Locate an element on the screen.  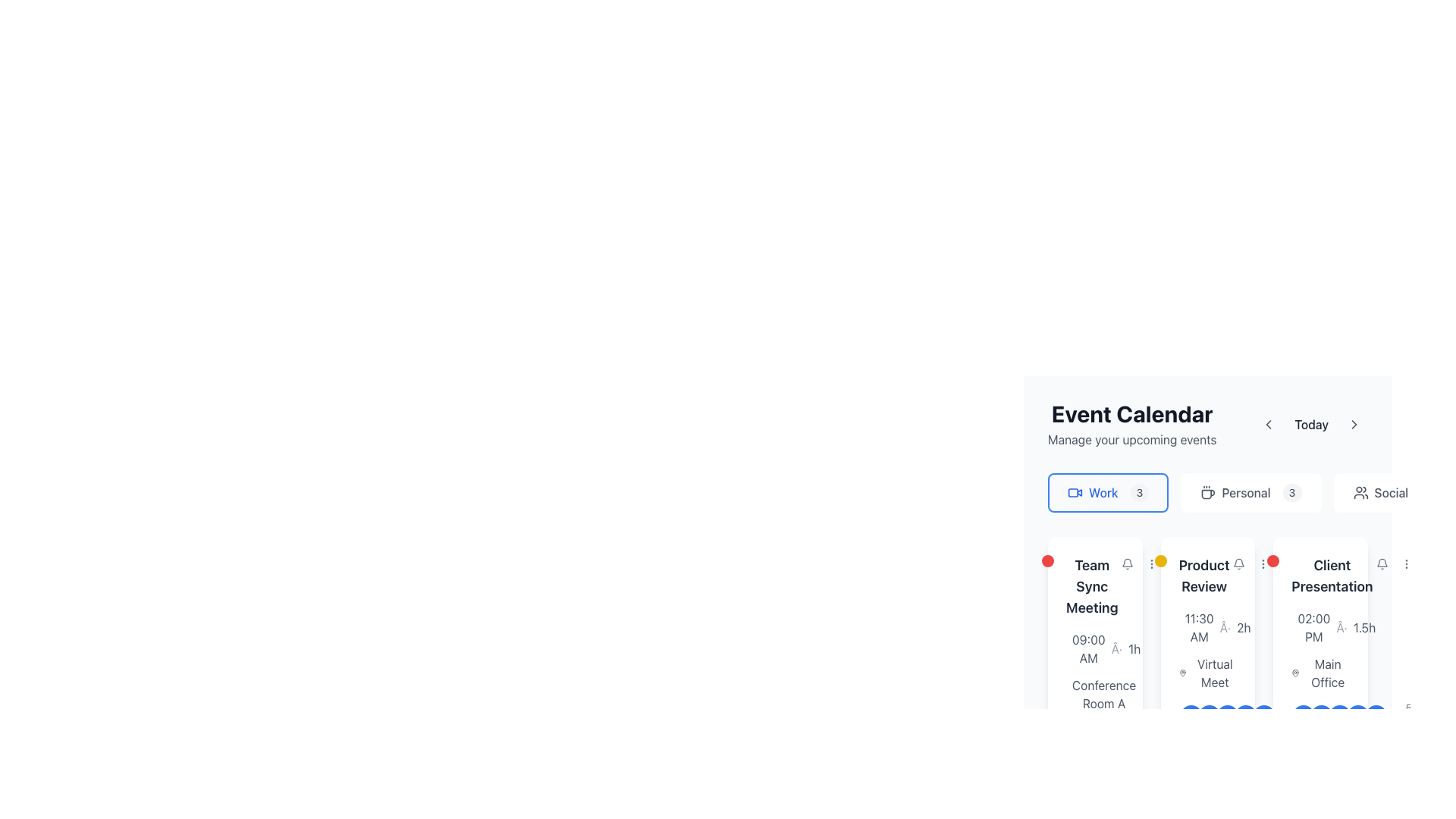
the circular badge with a bold white letter 'B' centered within it, which is the second icon from the left in the horizontal sequence located in the lower section of the event calendar interface is located at coordinates (1321, 716).